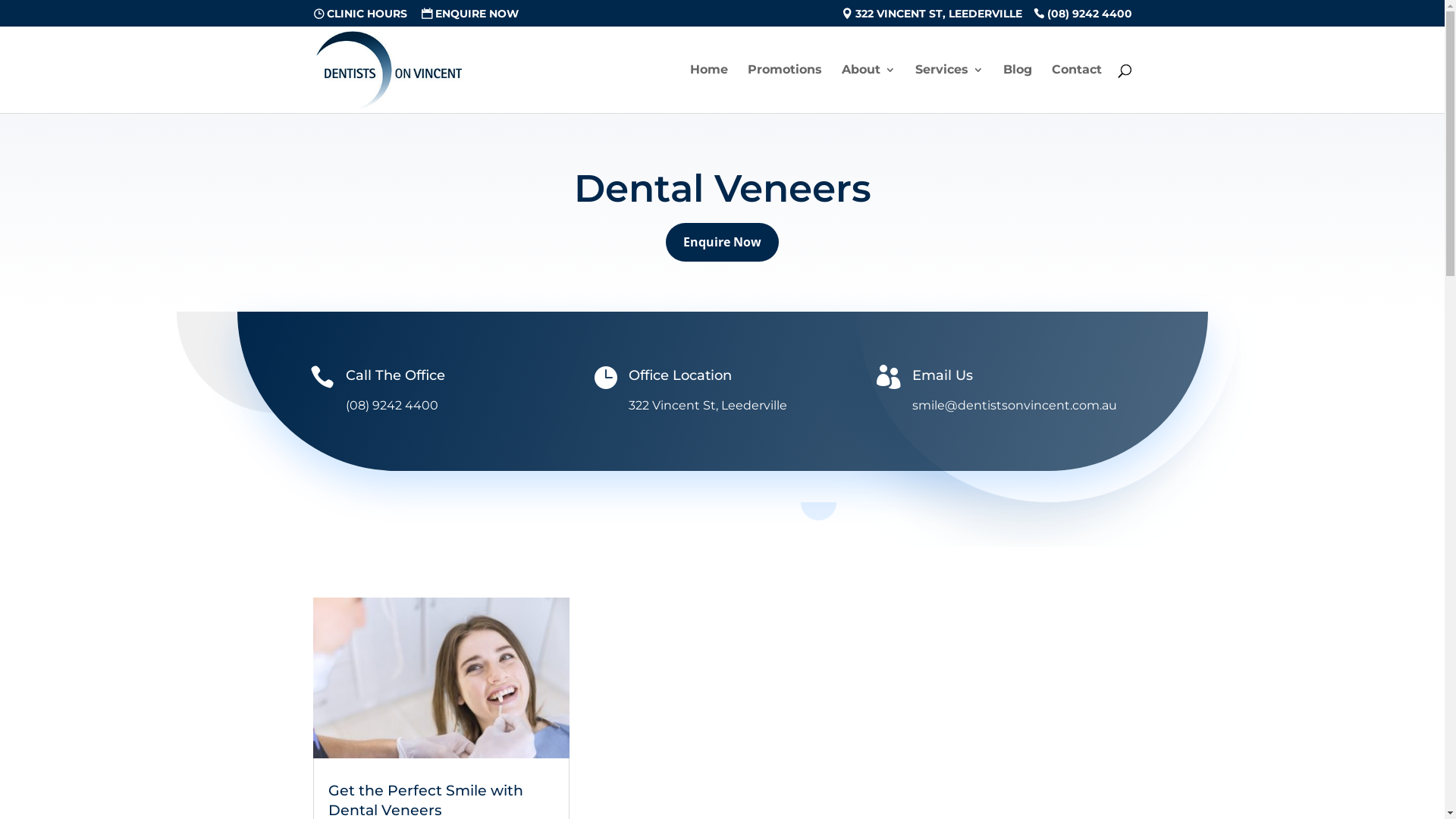  I want to click on 'About', so click(868, 88).